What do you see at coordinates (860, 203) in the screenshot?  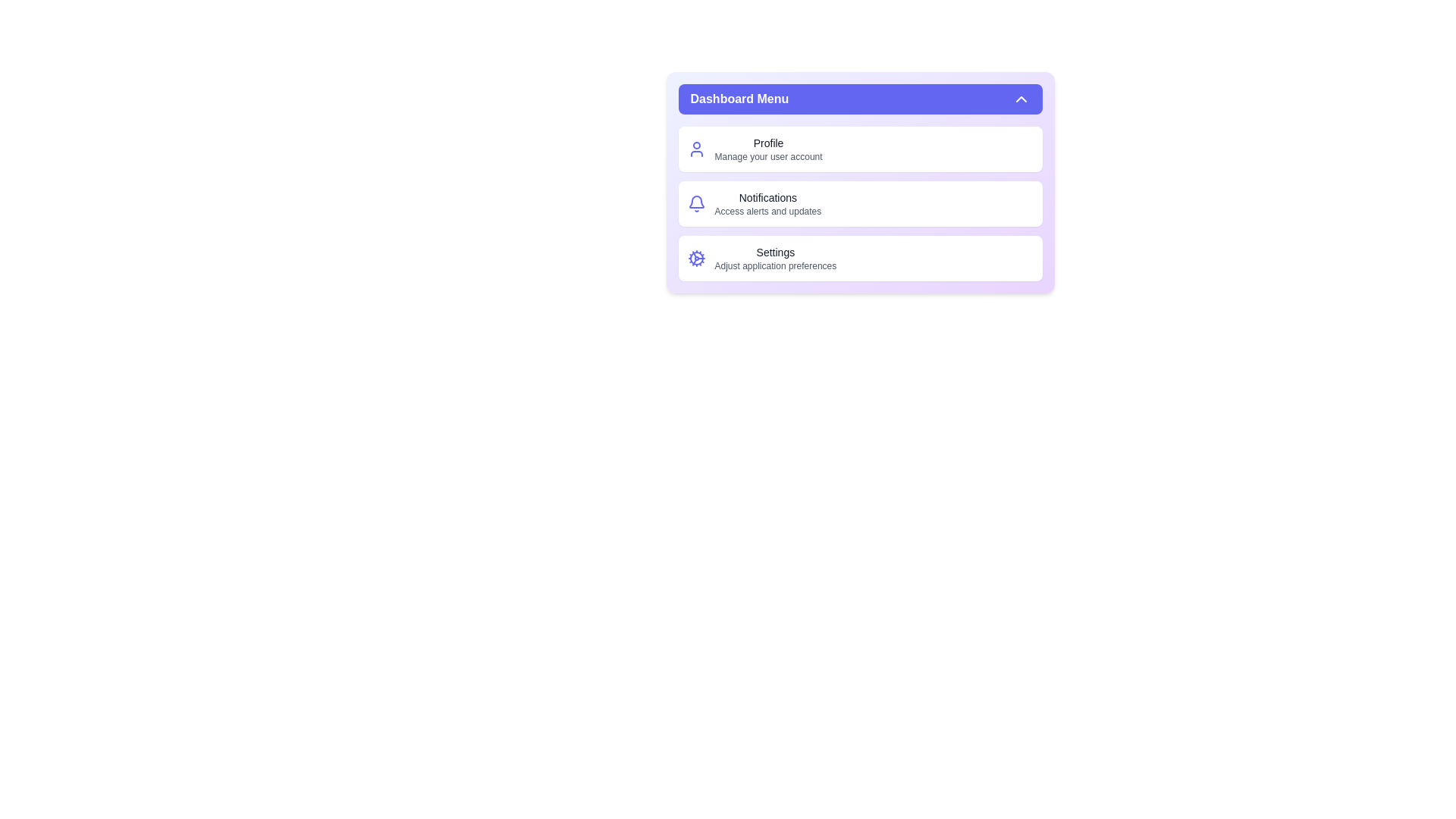 I see `the 'Notifications' section in the menu` at bounding box center [860, 203].